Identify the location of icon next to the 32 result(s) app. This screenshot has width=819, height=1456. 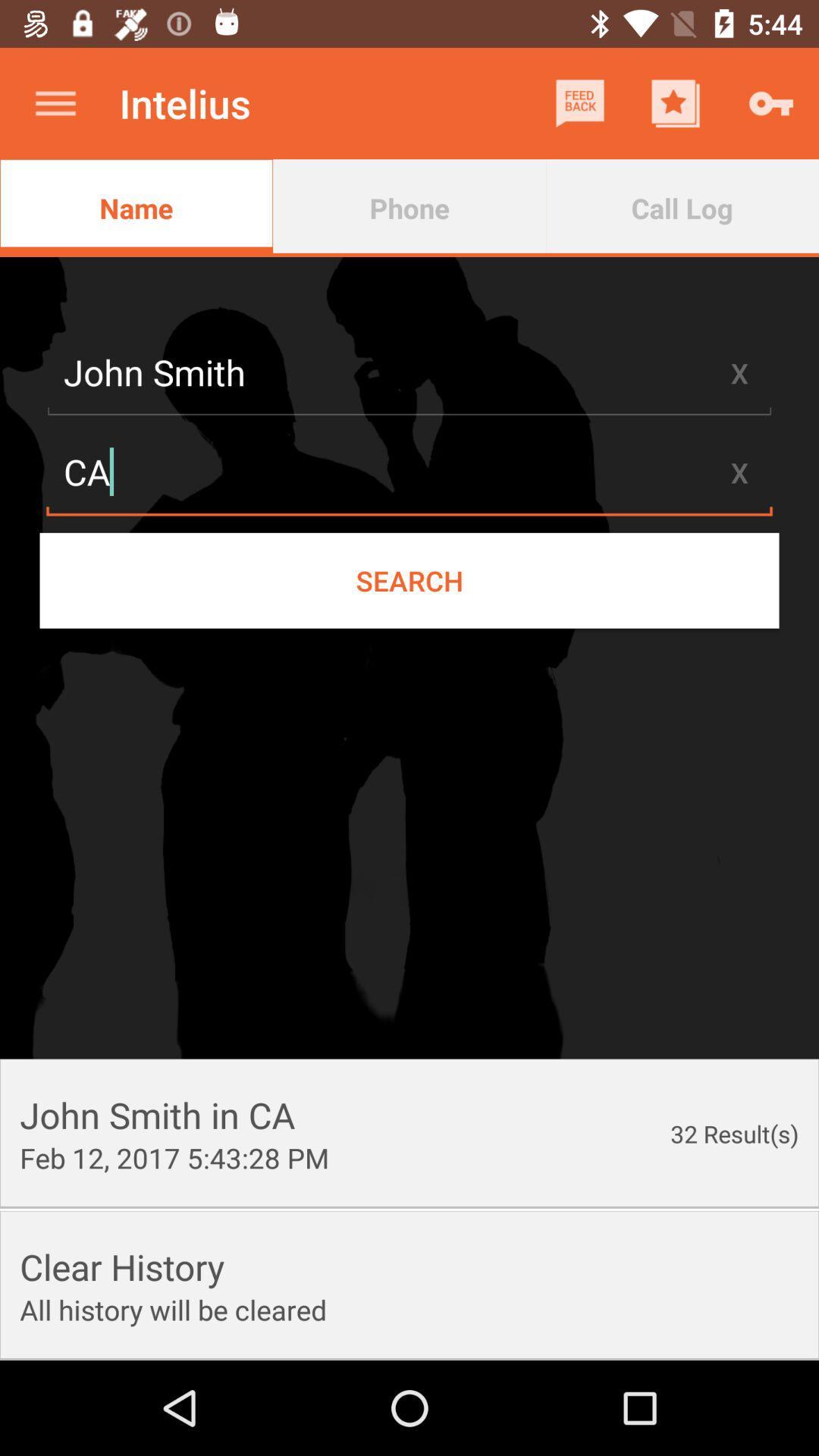
(174, 1156).